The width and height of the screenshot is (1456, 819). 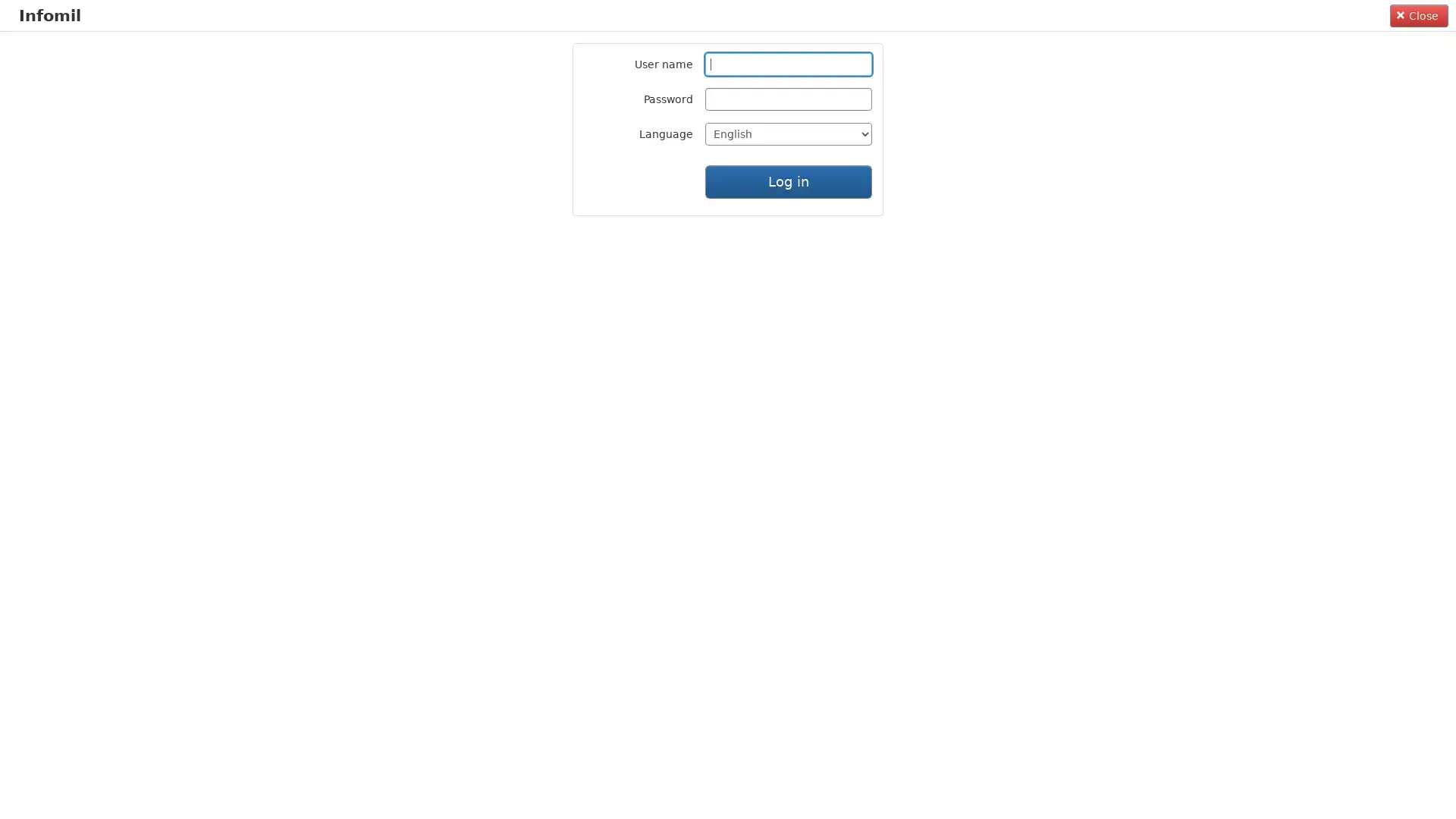 I want to click on Log in, so click(x=789, y=180).